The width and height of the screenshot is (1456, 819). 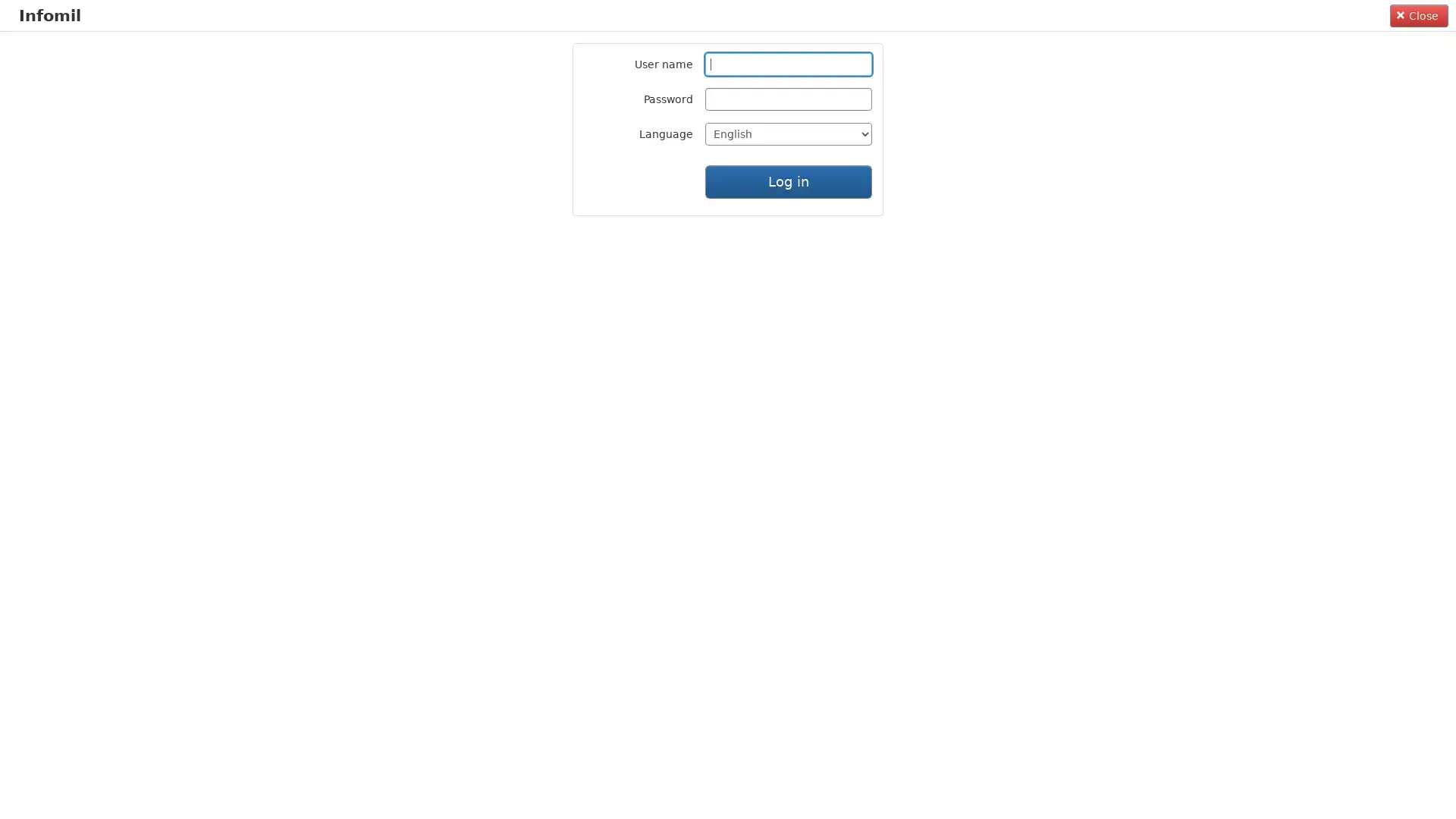 I want to click on Log in, so click(x=789, y=180).